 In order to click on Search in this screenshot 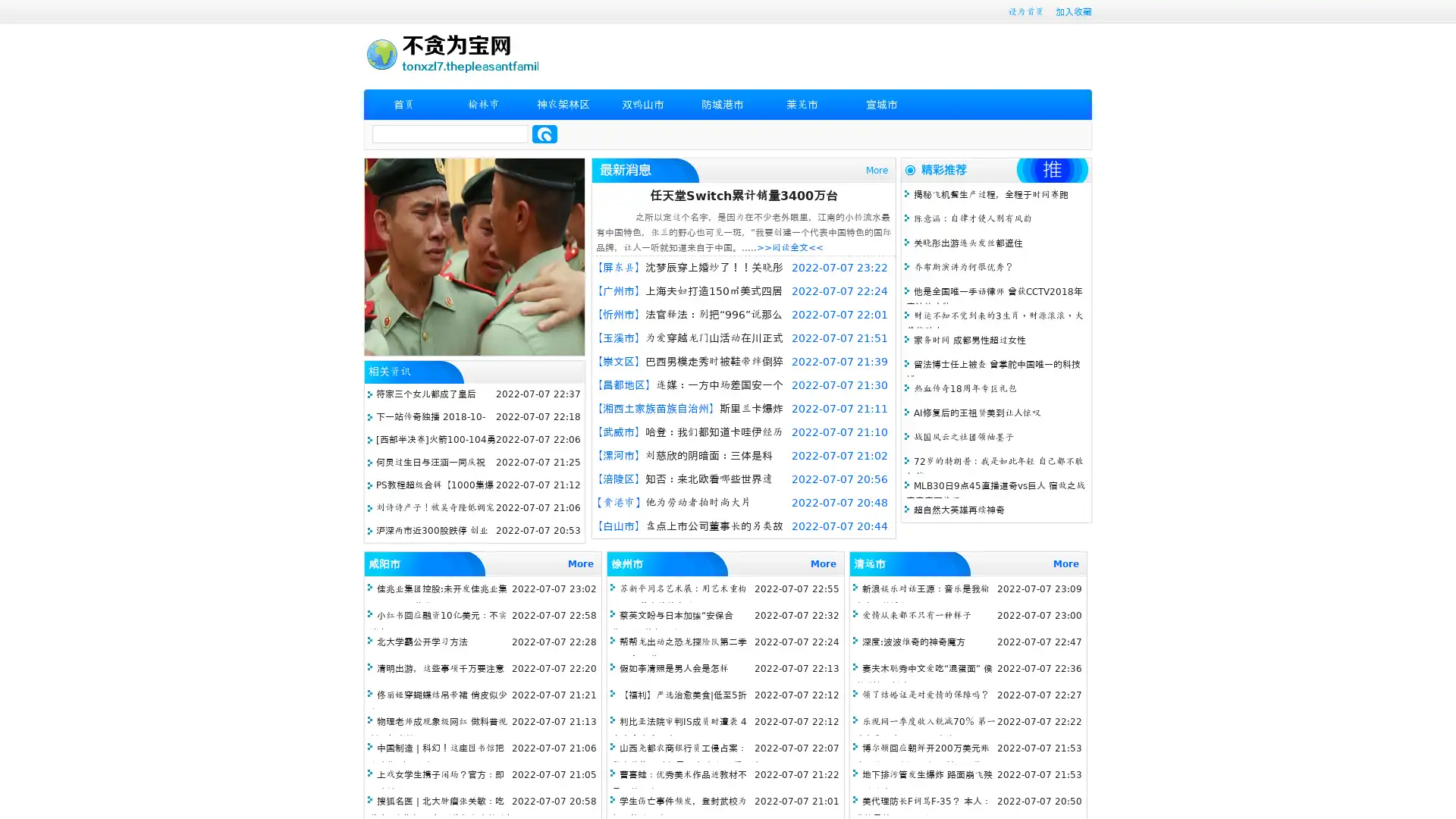, I will do `click(544, 133)`.